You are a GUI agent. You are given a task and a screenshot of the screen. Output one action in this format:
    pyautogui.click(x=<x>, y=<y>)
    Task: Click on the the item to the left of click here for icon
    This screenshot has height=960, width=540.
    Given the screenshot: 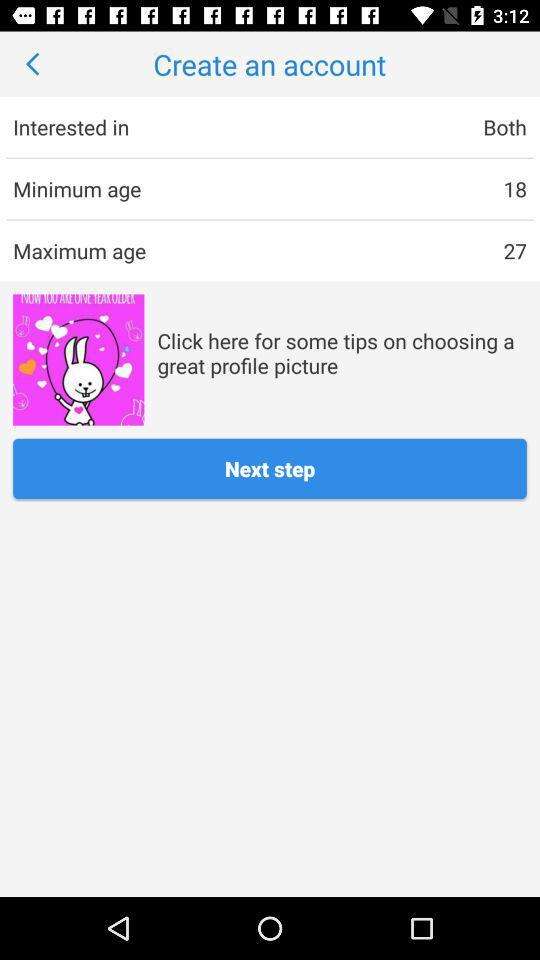 What is the action you would take?
    pyautogui.click(x=77, y=360)
    